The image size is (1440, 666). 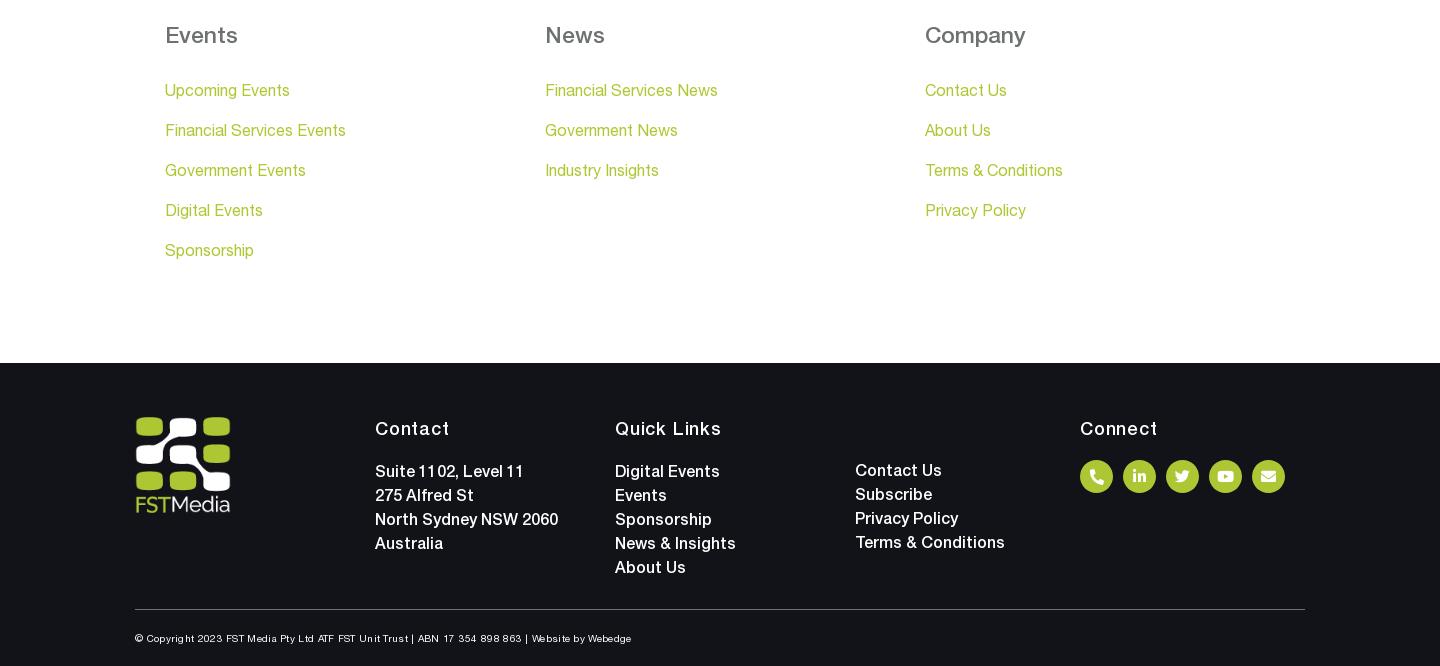 I want to click on 'Industry Insights', so click(x=545, y=169).